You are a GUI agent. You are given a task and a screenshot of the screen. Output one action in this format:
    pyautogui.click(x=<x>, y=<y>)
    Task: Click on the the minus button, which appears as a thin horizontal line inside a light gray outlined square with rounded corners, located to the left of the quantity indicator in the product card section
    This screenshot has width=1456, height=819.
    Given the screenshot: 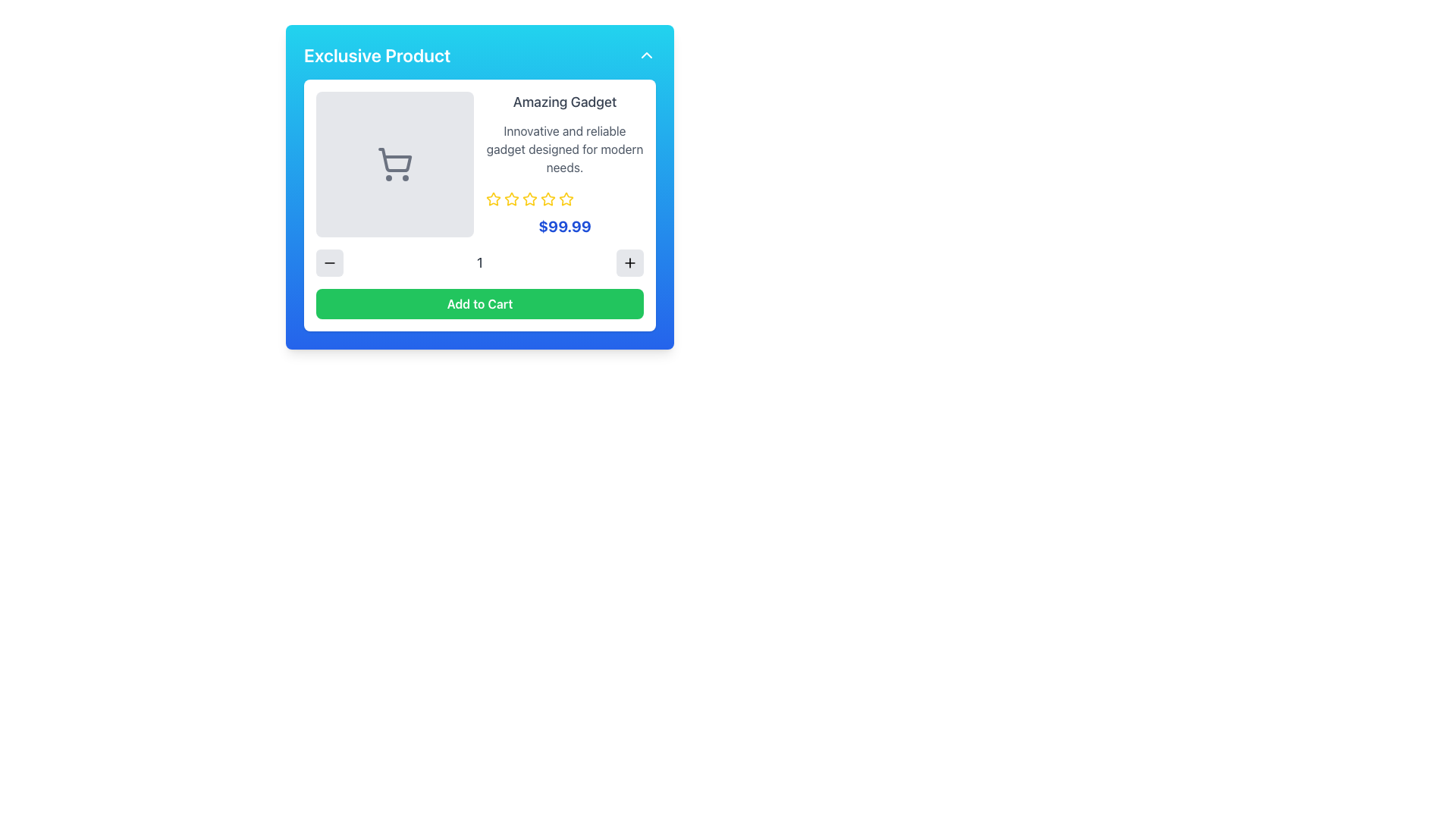 What is the action you would take?
    pyautogui.click(x=329, y=262)
    